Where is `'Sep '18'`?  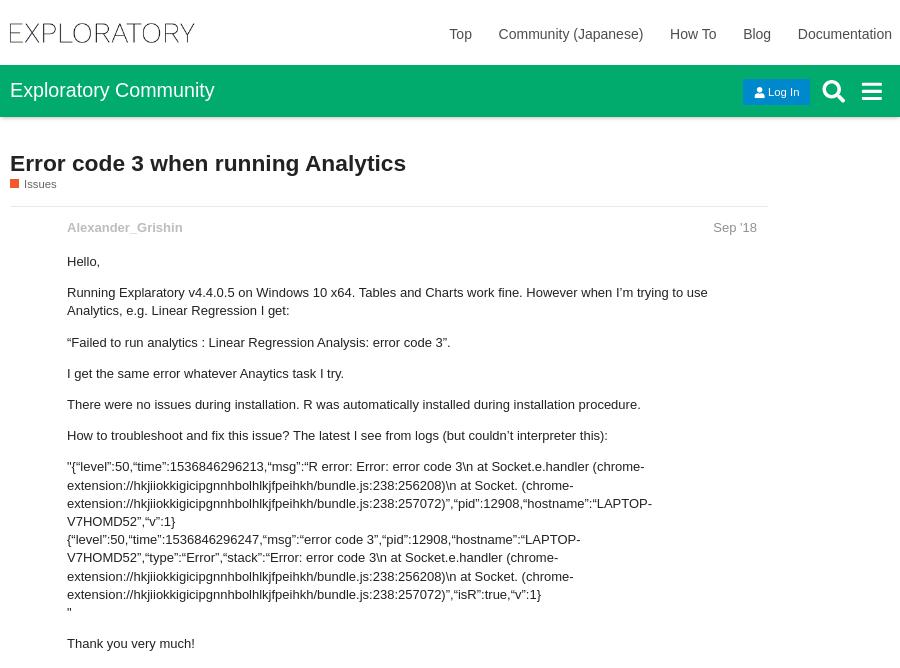
'Sep '18' is located at coordinates (734, 226).